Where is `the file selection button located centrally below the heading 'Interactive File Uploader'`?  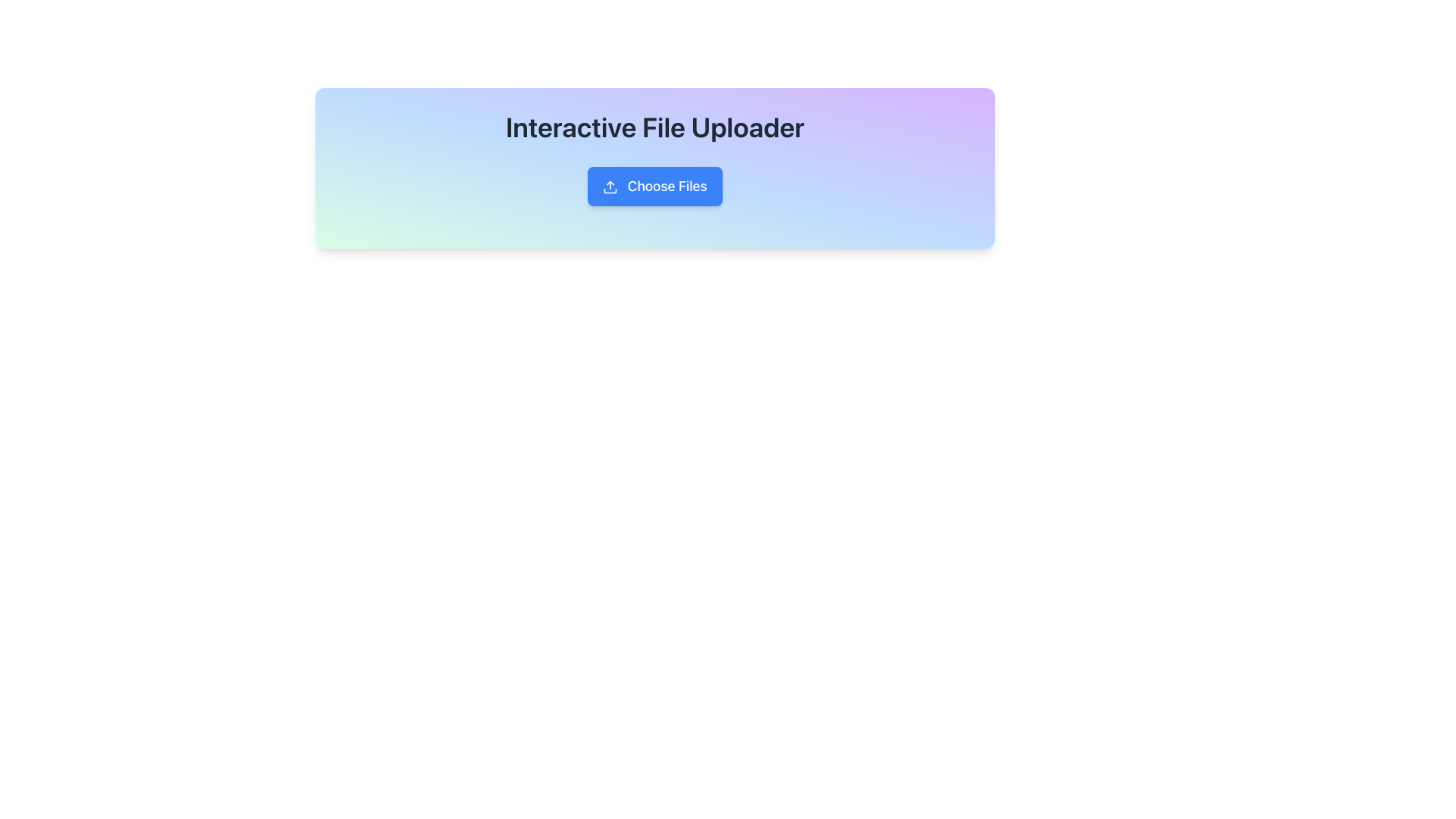
the file selection button located centrally below the heading 'Interactive File Uploader' is located at coordinates (655, 186).